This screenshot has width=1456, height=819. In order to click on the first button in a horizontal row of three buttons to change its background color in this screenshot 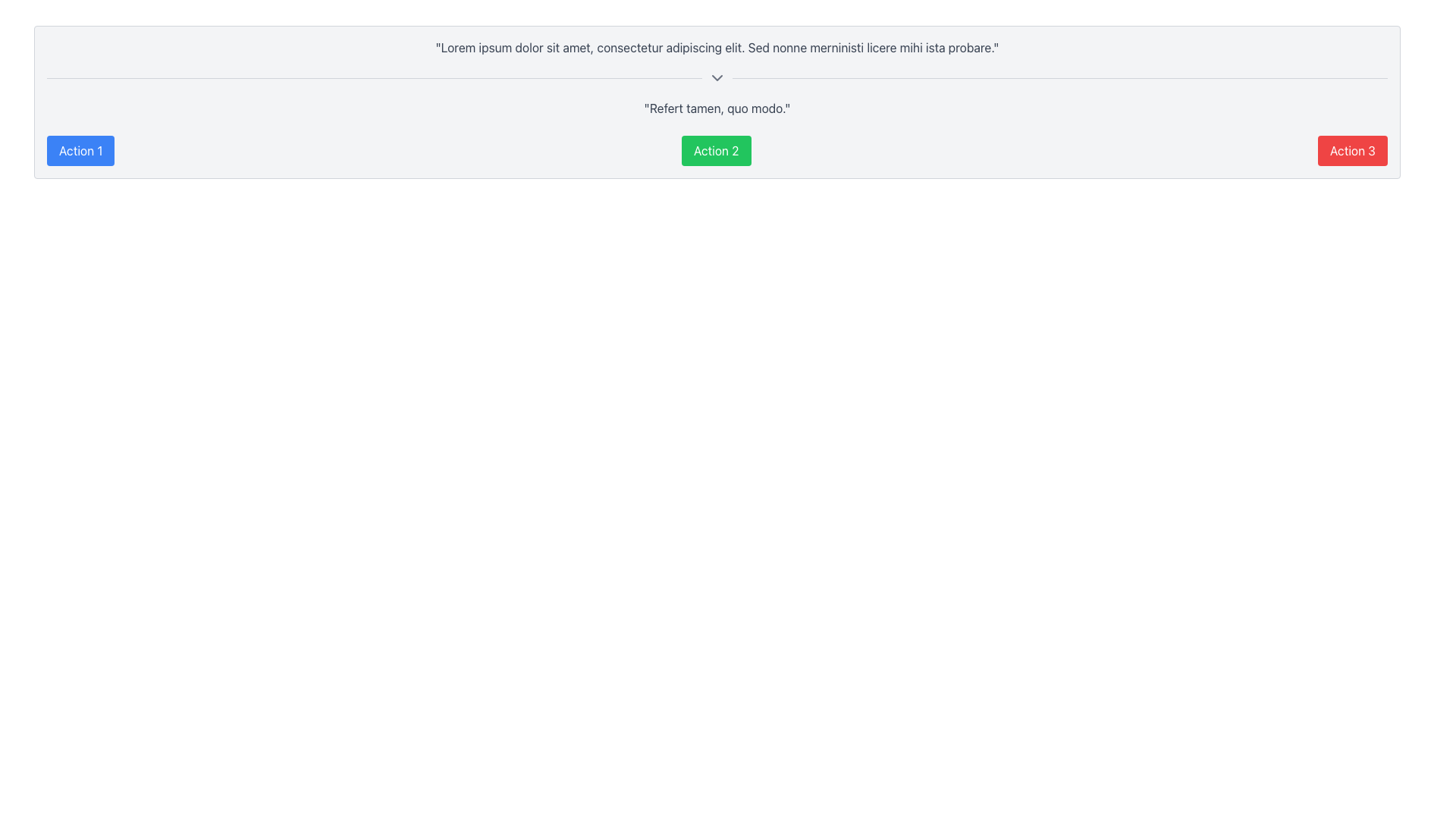, I will do `click(80, 151)`.